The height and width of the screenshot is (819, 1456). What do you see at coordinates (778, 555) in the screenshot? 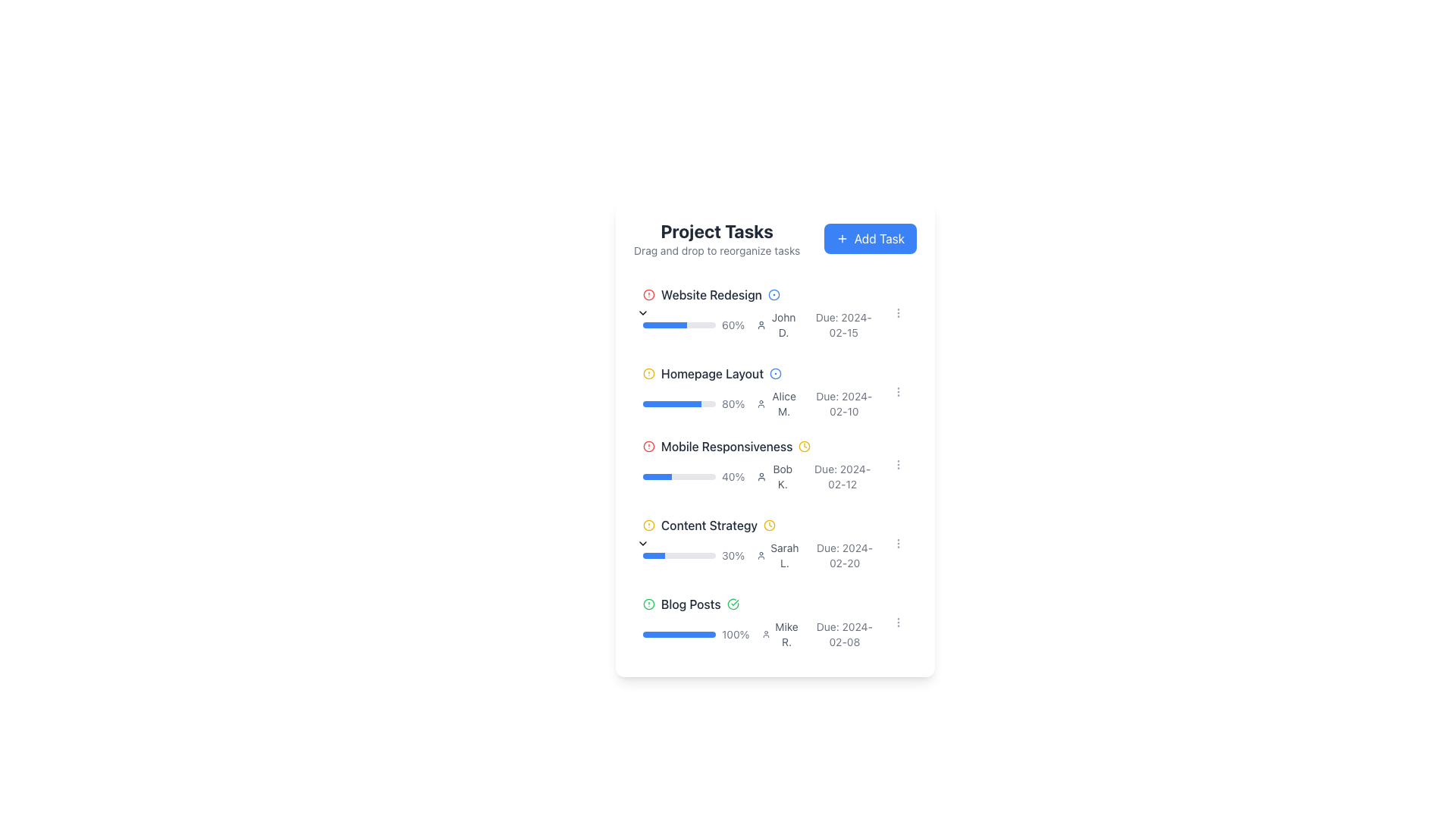
I see `the Label with the text 'Sarah L.' and user icon` at bounding box center [778, 555].